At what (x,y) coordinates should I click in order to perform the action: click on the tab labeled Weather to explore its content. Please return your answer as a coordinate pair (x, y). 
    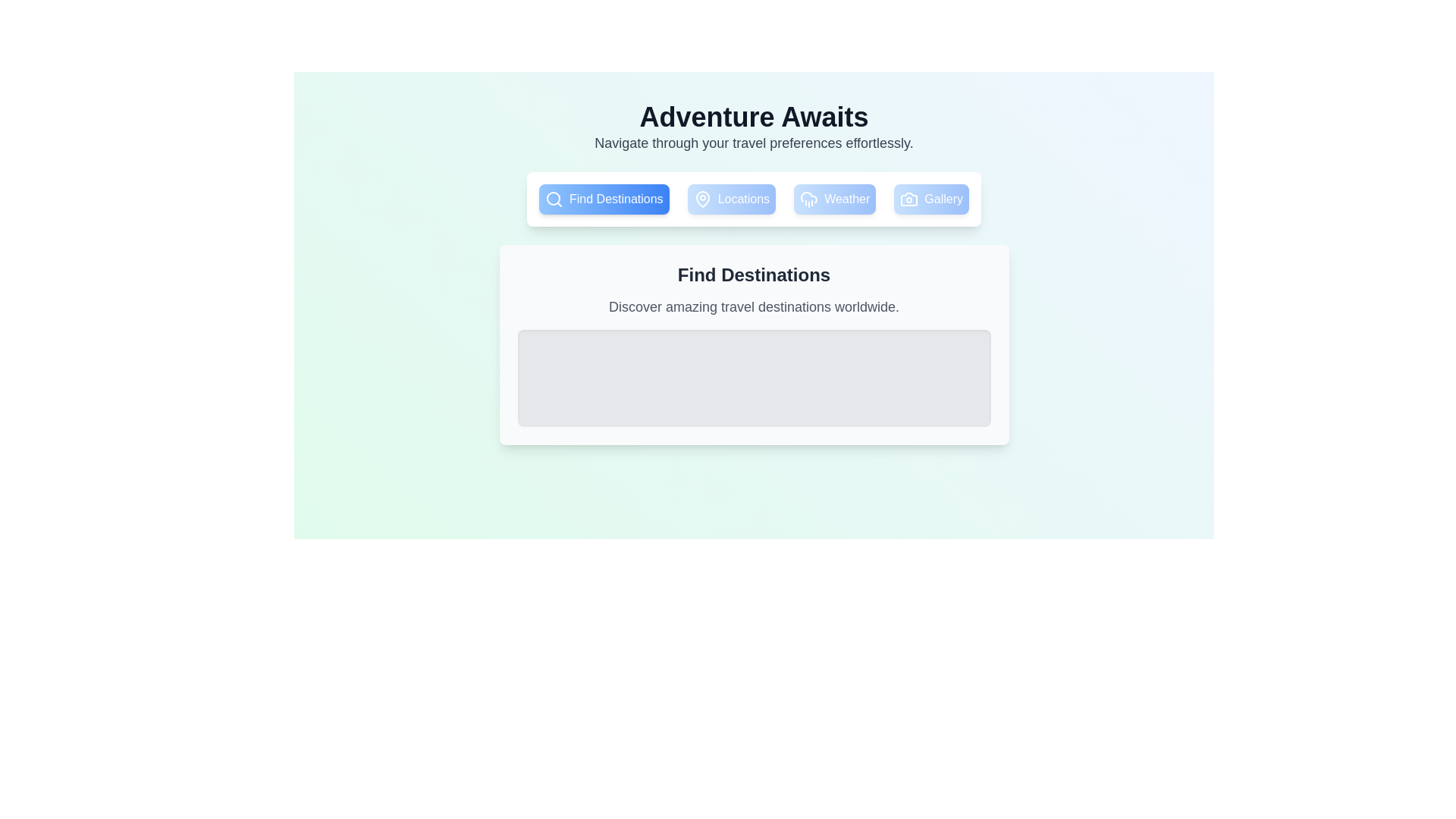
    Looking at the image, I should click on (833, 198).